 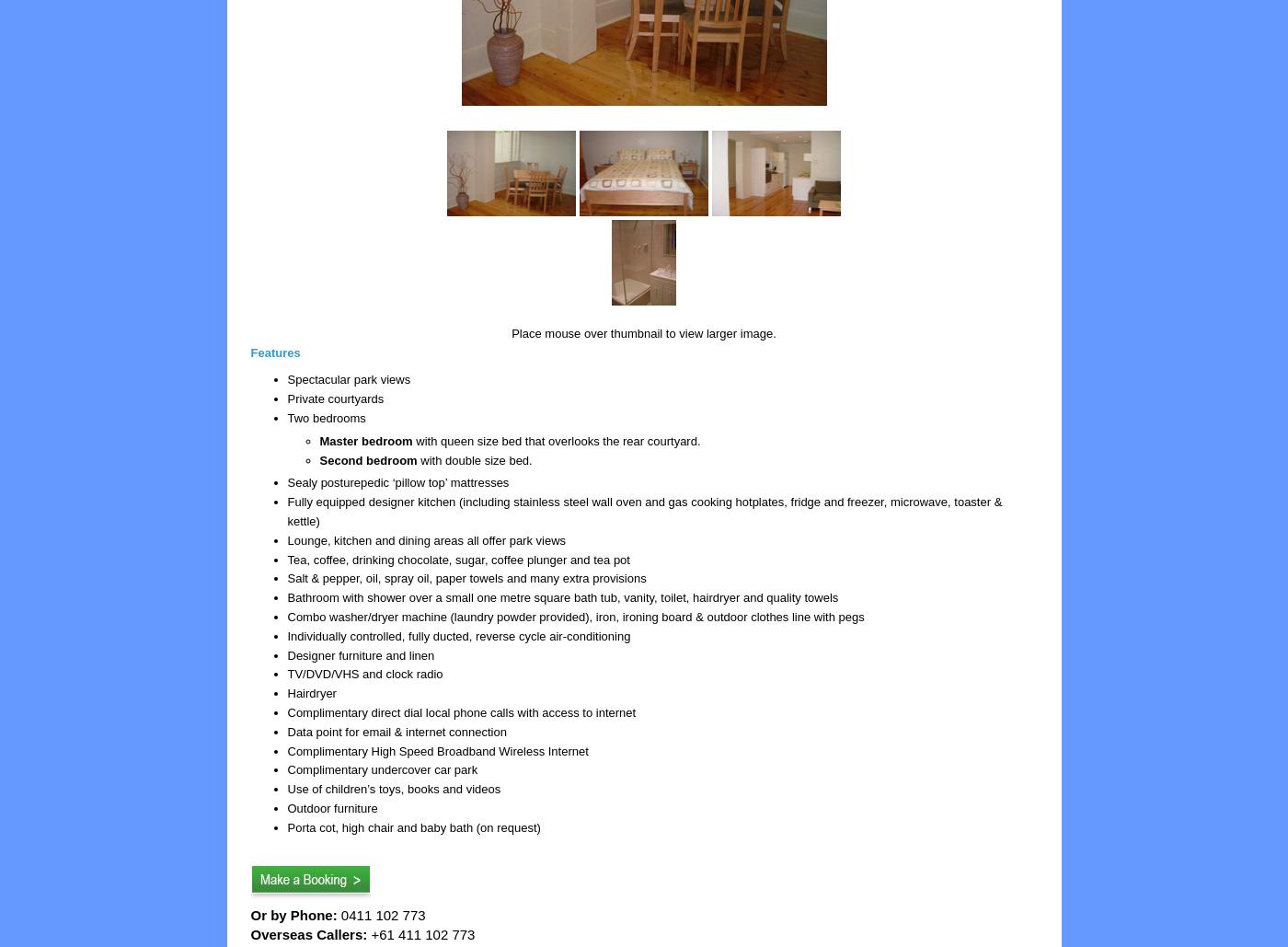 I want to click on 'Features', so click(x=275, y=352).